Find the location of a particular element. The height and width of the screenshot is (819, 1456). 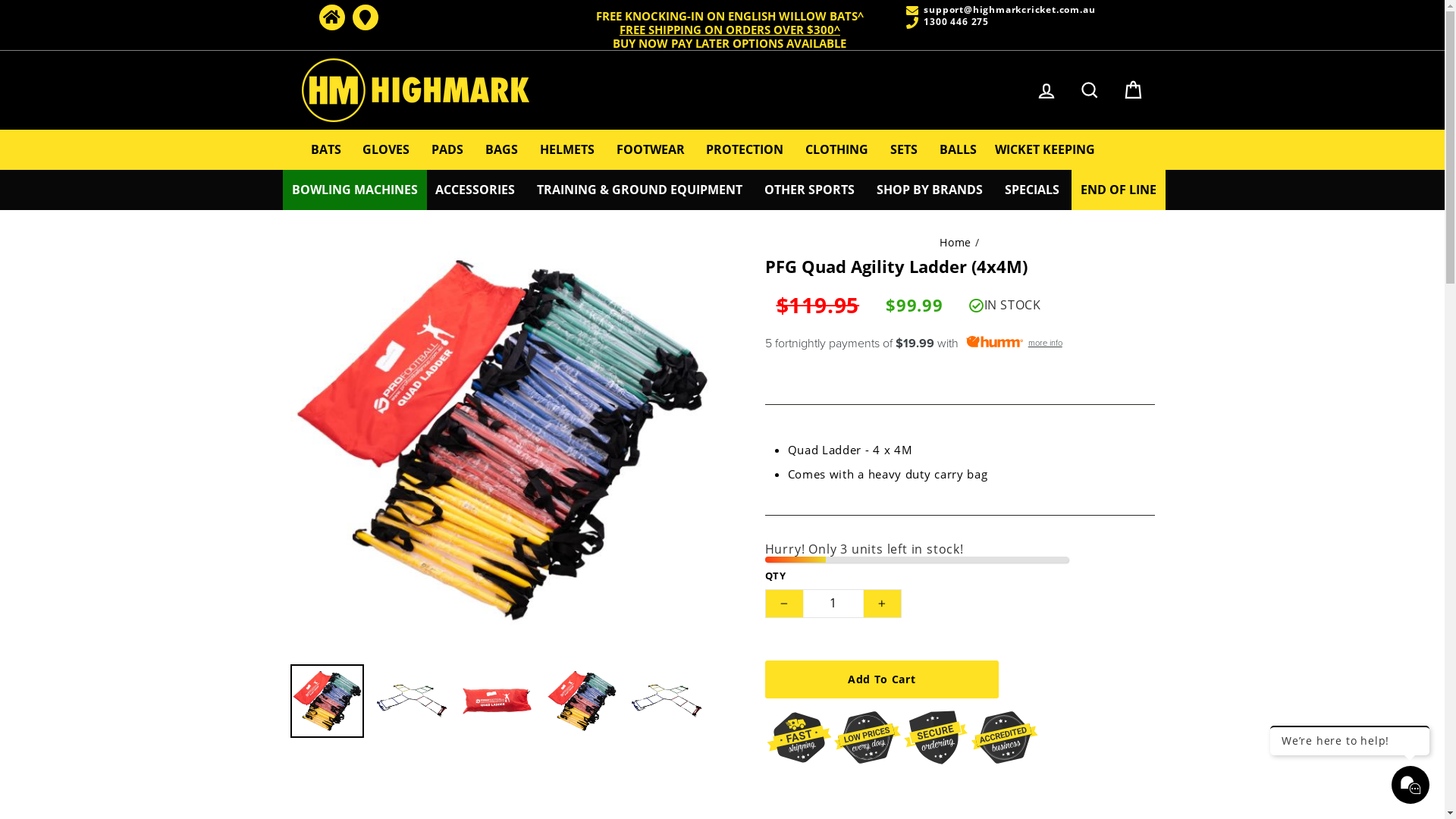

'OTHER SPORTS' is located at coordinates (808, 189).